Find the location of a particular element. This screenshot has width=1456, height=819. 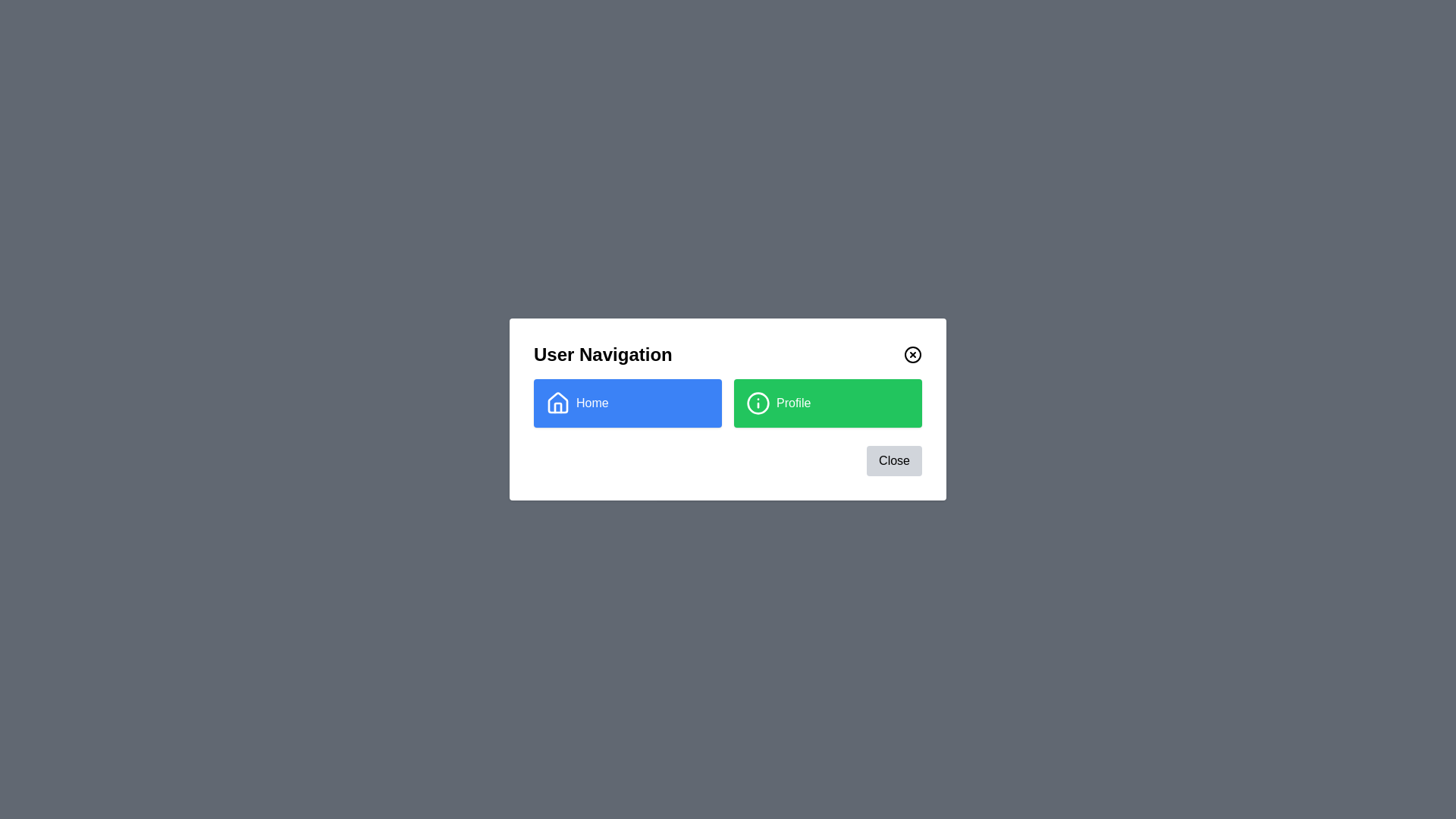

the 'Close' button in the footer of the dialog is located at coordinates (894, 460).